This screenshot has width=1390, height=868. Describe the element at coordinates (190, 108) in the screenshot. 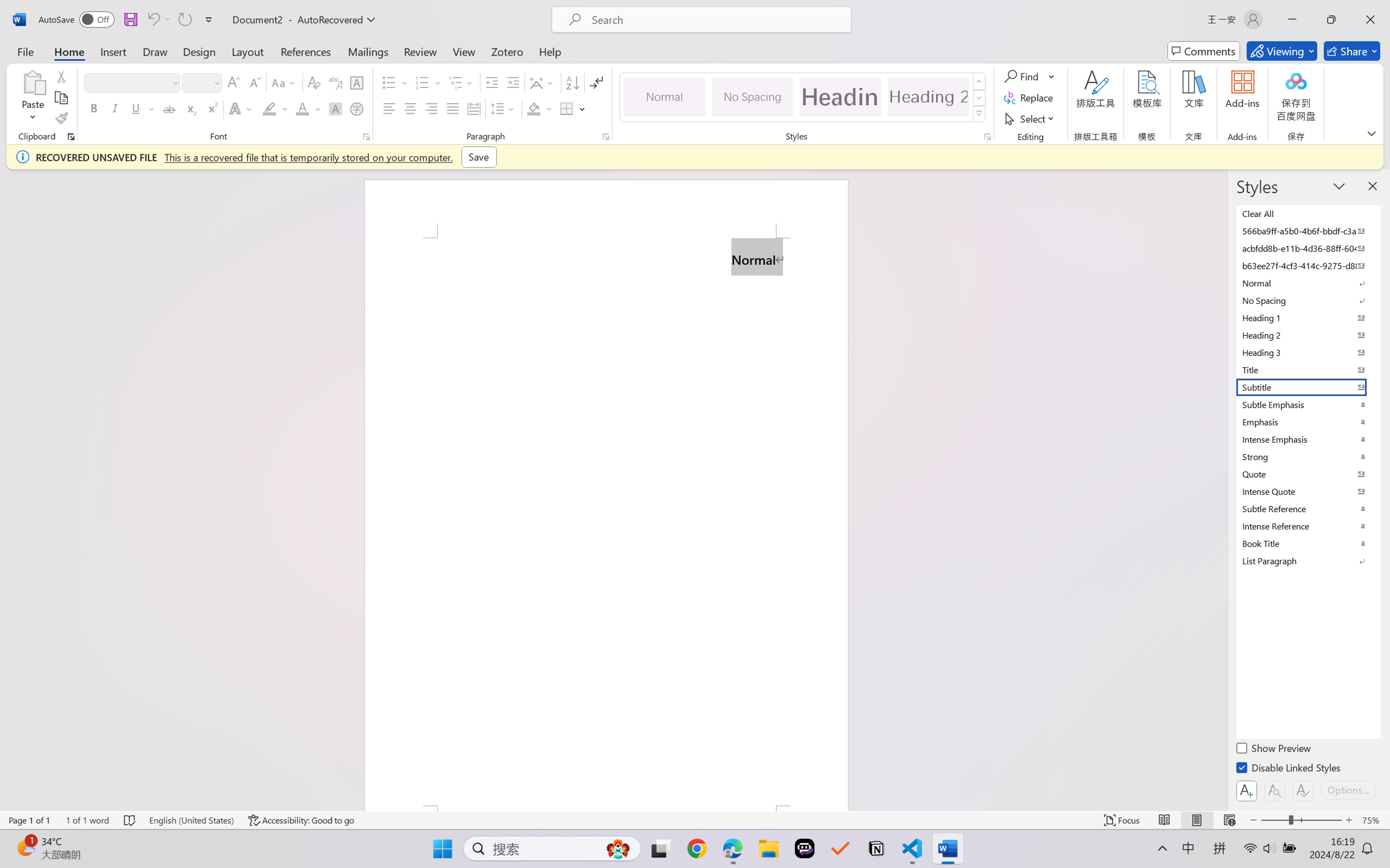

I see `'Subscript'` at that location.